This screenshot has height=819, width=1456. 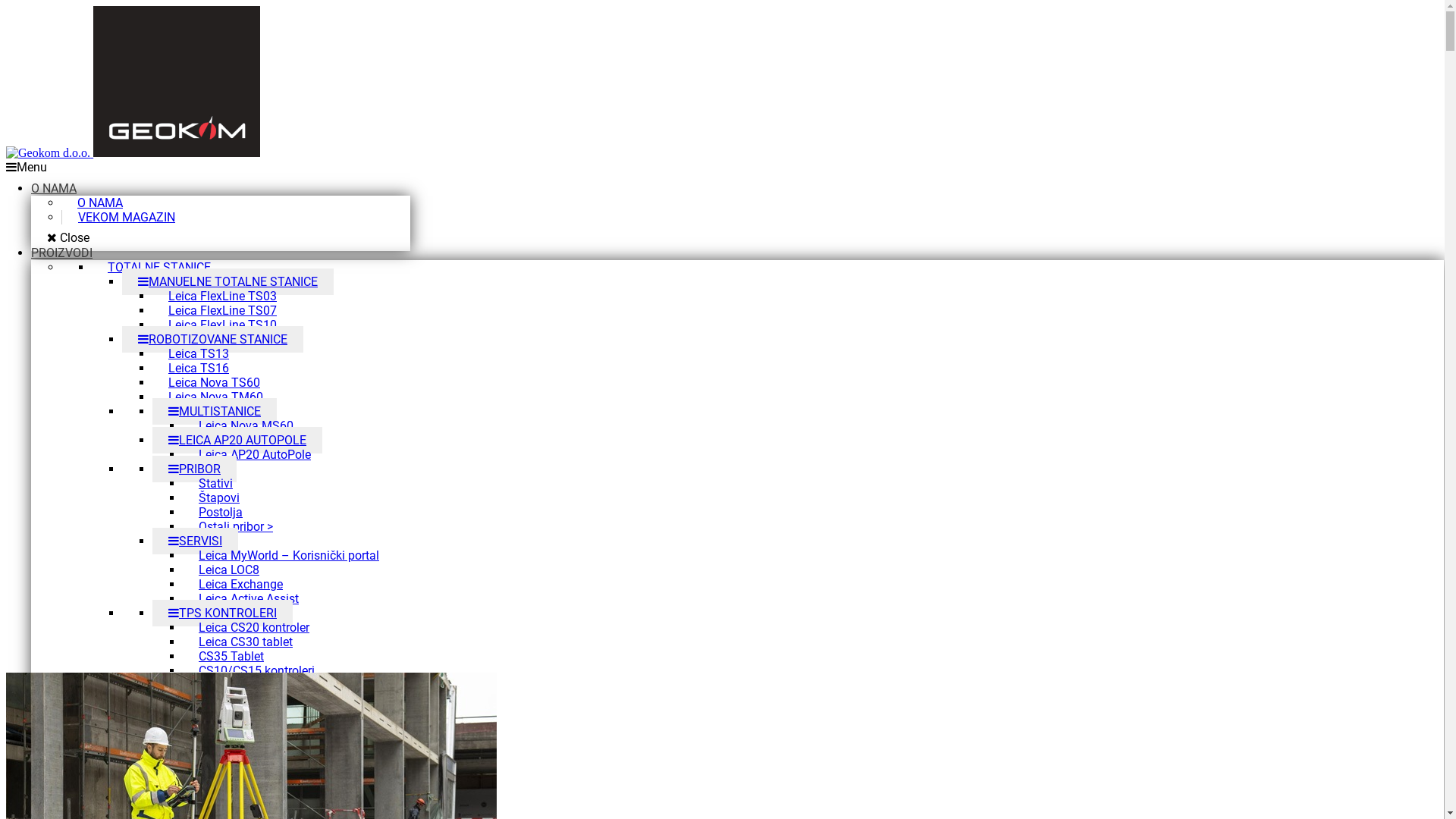 I want to click on 'Leica Exchange', so click(x=240, y=583).